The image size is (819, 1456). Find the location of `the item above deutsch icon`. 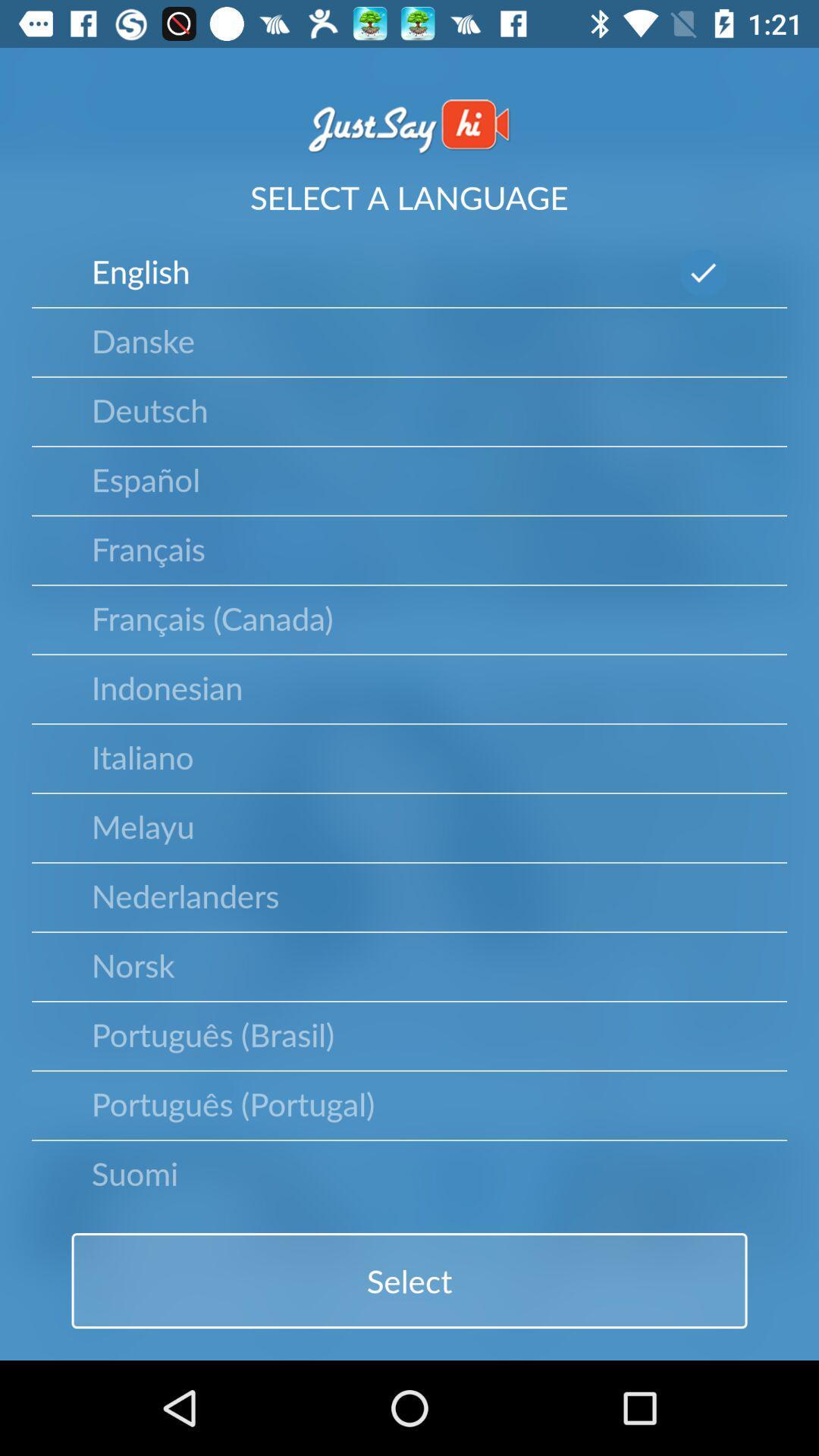

the item above deutsch icon is located at coordinates (143, 339).